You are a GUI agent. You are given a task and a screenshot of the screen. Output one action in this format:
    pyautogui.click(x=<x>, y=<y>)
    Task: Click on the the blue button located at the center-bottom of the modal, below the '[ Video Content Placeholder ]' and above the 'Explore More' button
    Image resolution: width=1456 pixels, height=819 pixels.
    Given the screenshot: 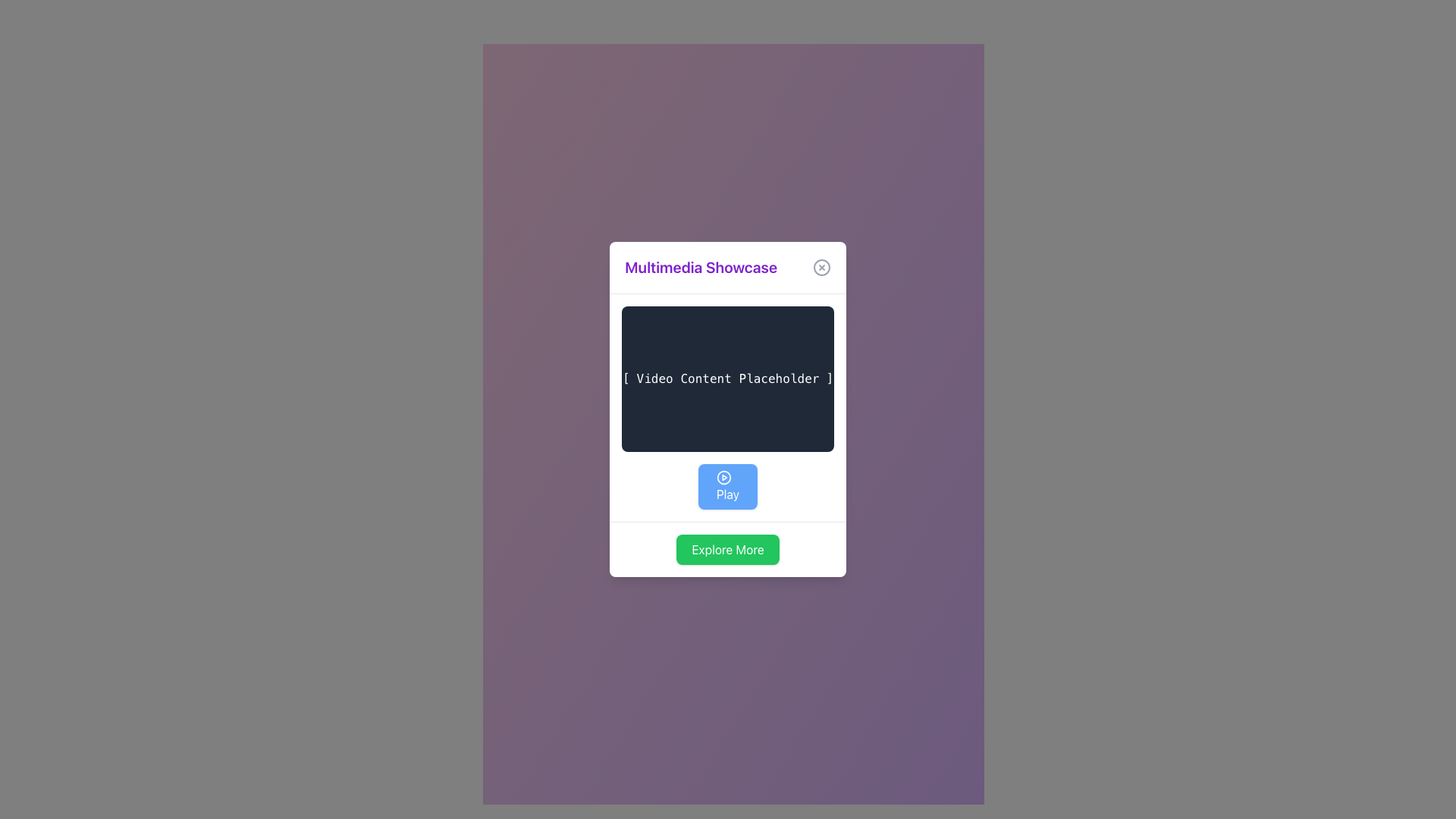 What is the action you would take?
    pyautogui.click(x=728, y=486)
    